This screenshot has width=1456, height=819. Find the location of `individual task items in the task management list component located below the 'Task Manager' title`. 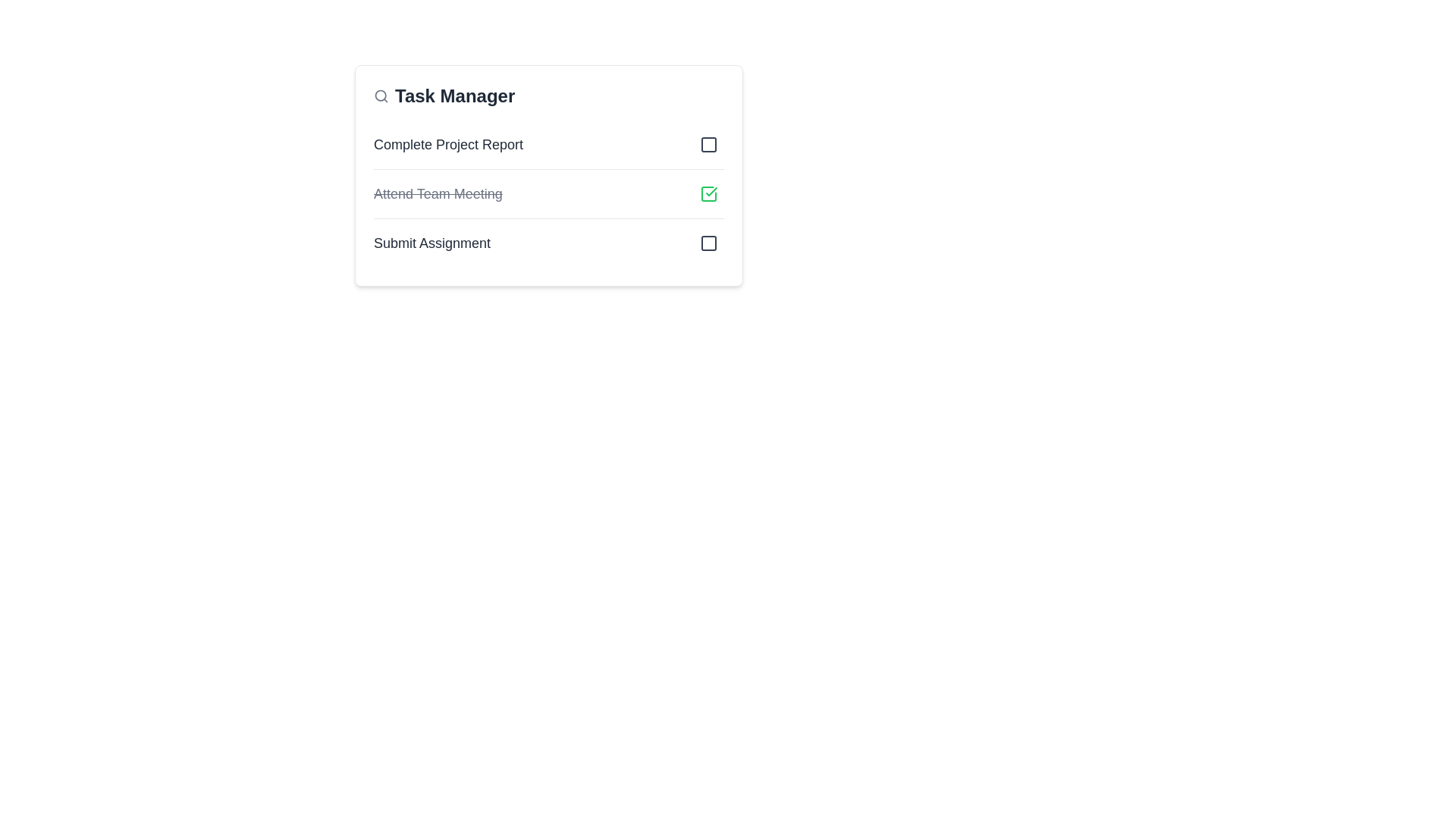

individual task items in the task management list component located below the 'Task Manager' title is located at coordinates (548, 193).